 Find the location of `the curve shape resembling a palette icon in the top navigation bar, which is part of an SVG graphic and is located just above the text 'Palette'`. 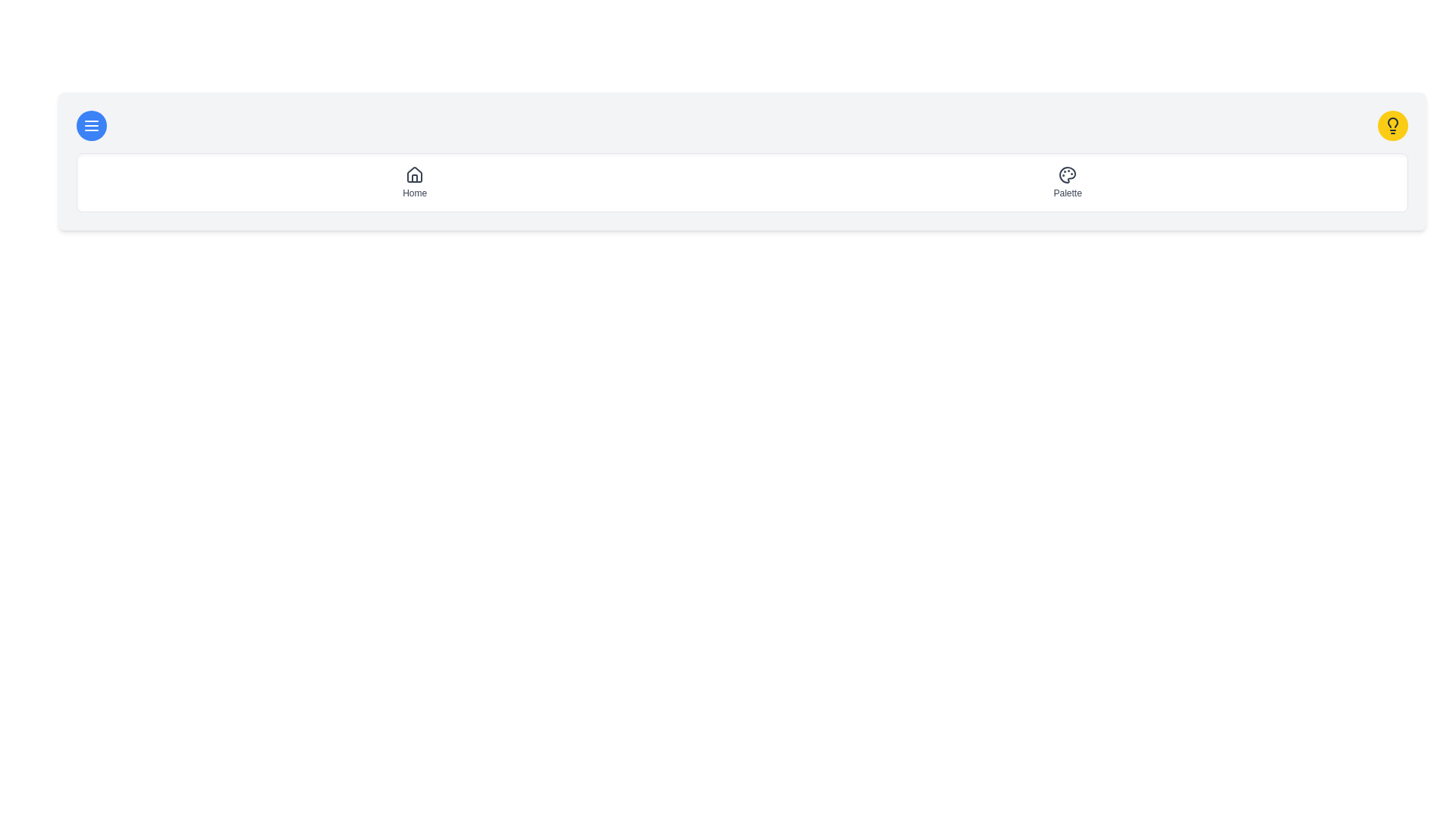

the curve shape resembling a palette icon in the top navigation bar, which is part of an SVG graphic and is located just above the text 'Palette' is located at coordinates (1067, 174).